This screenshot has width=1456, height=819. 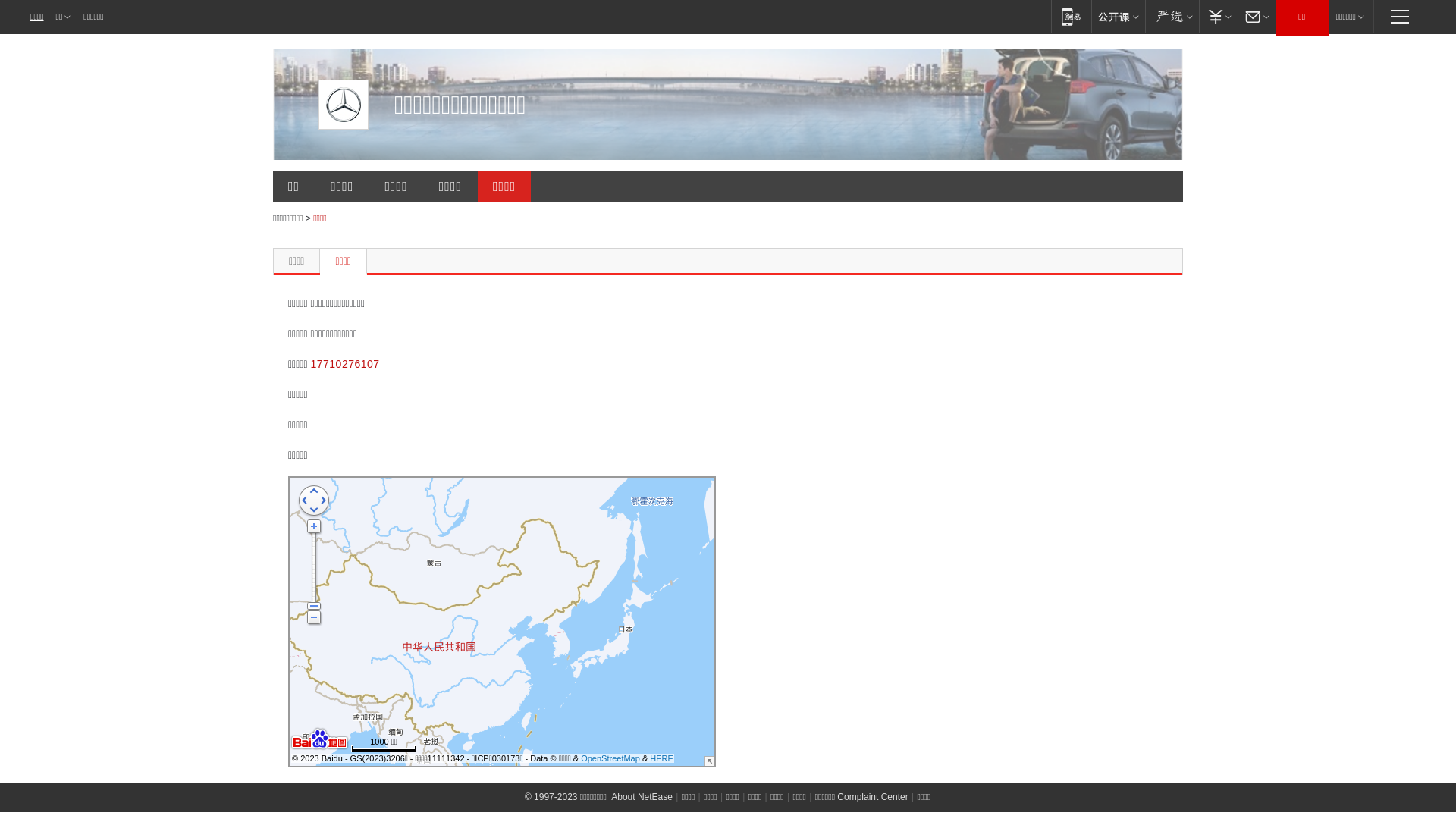 What do you see at coordinates (642, 795) in the screenshot?
I see `'About NetEase'` at bounding box center [642, 795].